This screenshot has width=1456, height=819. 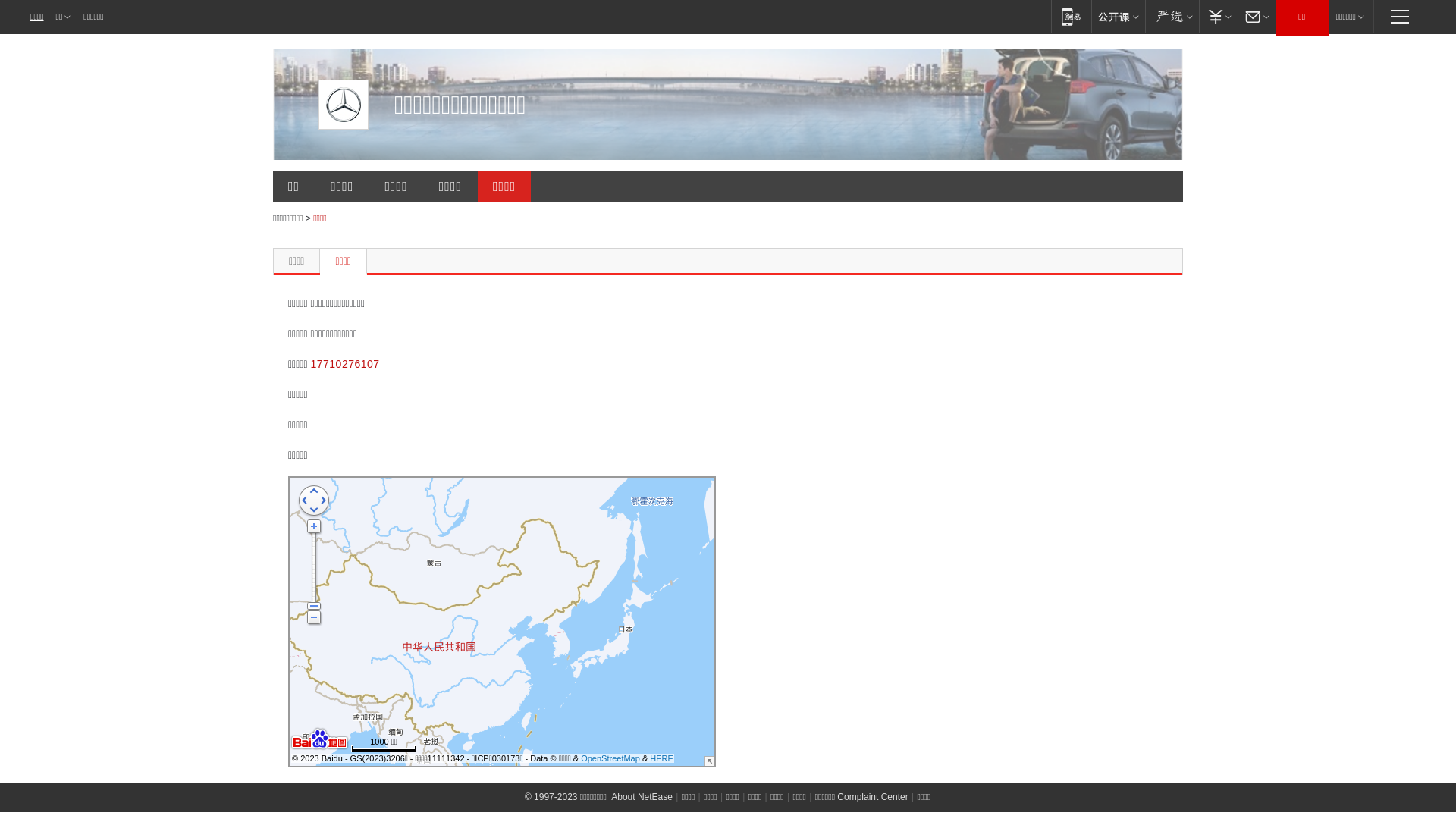 What do you see at coordinates (642, 795) in the screenshot?
I see `'About NetEase'` at bounding box center [642, 795].